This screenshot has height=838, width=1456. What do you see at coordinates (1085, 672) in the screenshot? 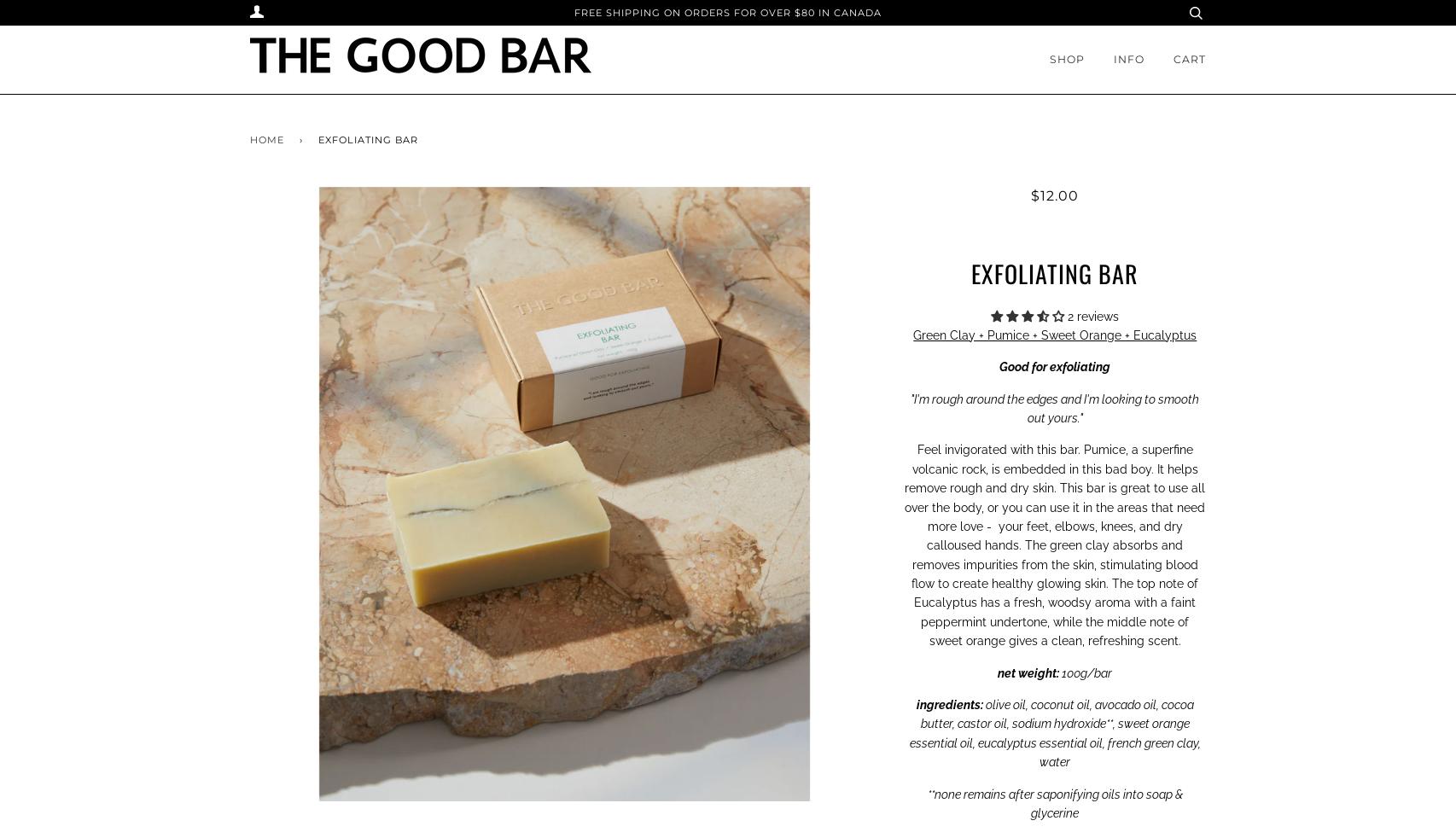
I see `'100g/bar'` at bounding box center [1085, 672].